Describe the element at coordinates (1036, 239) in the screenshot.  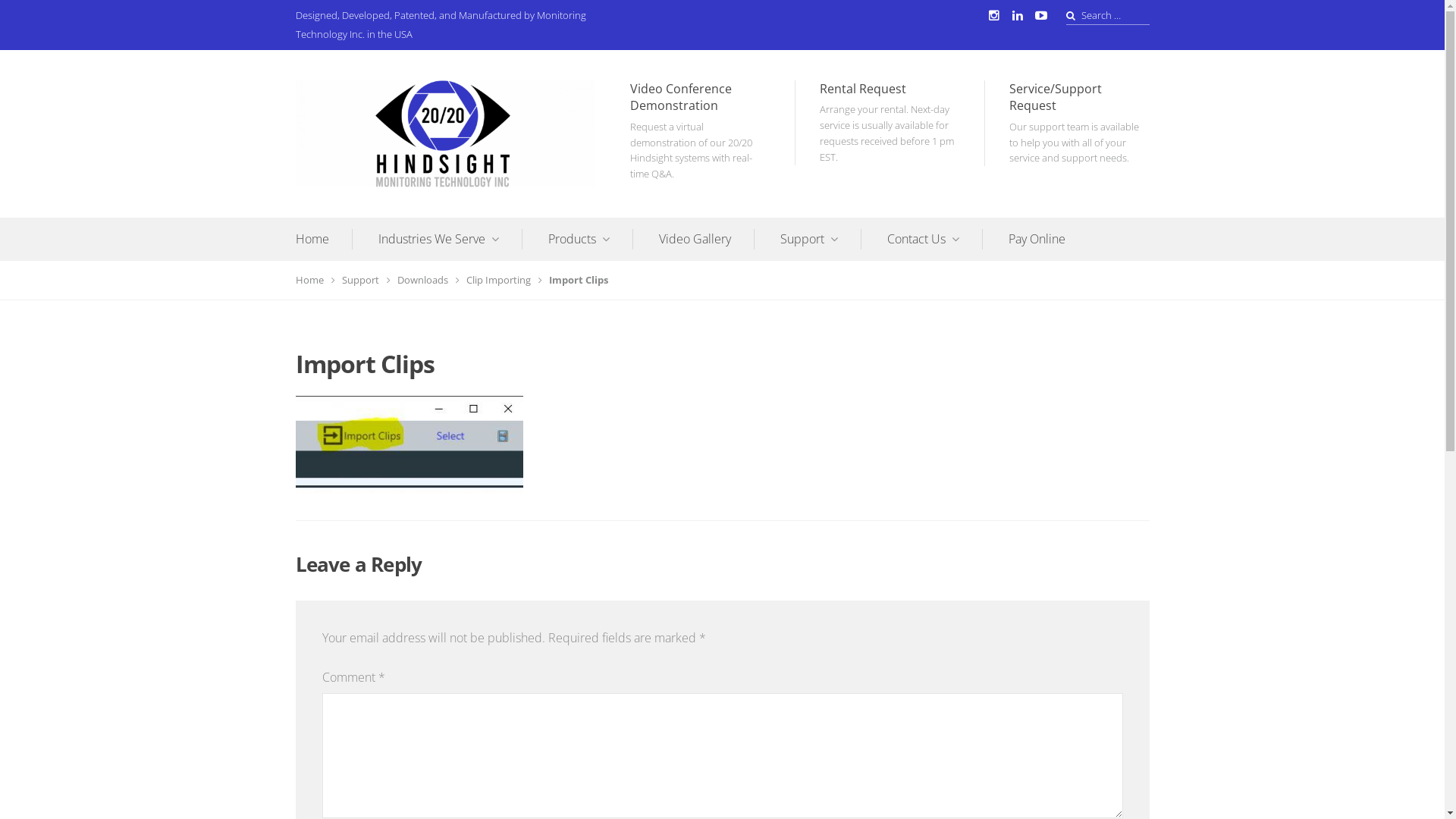
I see `'Pay Online'` at that location.